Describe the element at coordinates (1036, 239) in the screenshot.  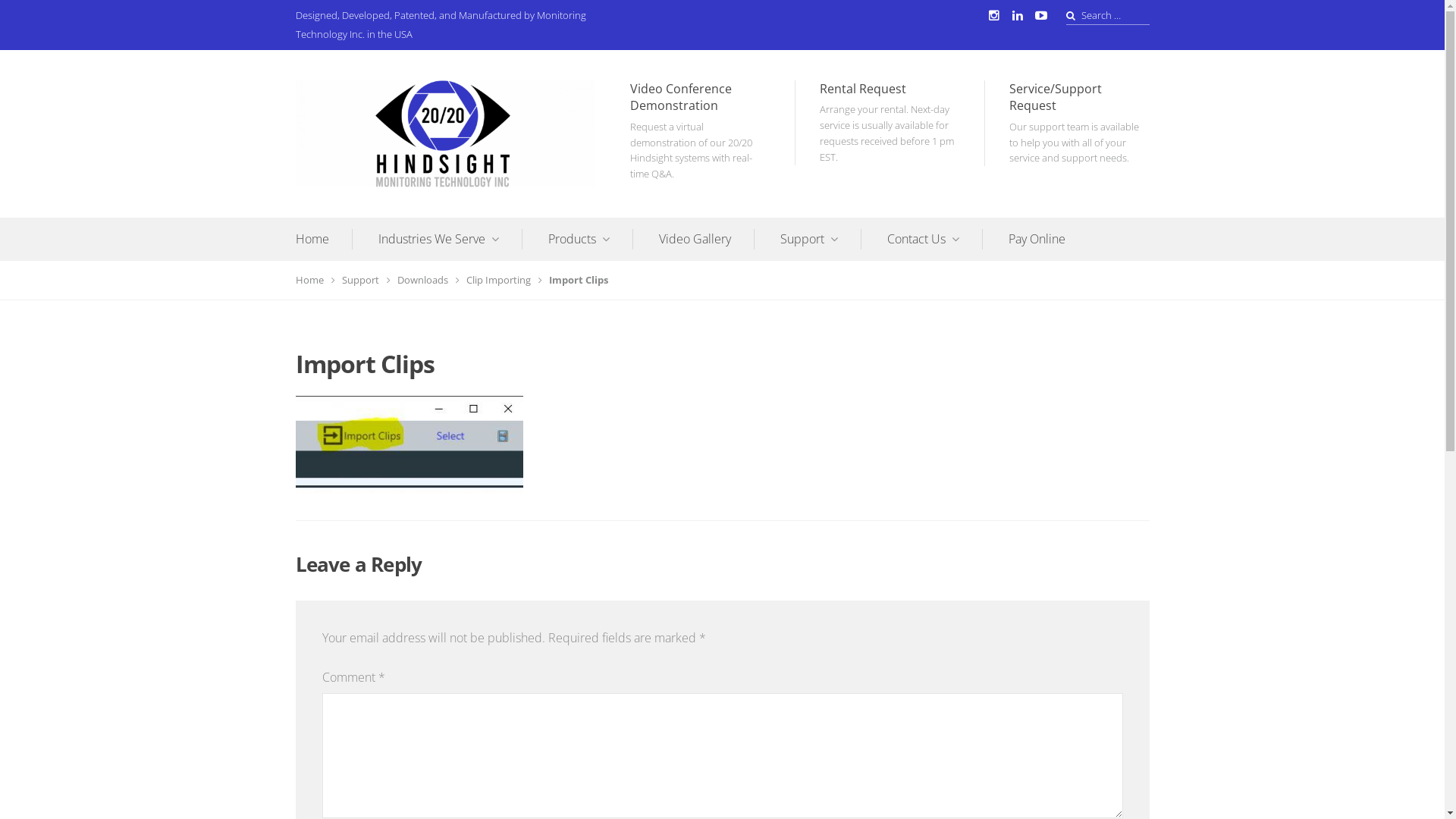
I see `'Pay Online'` at that location.